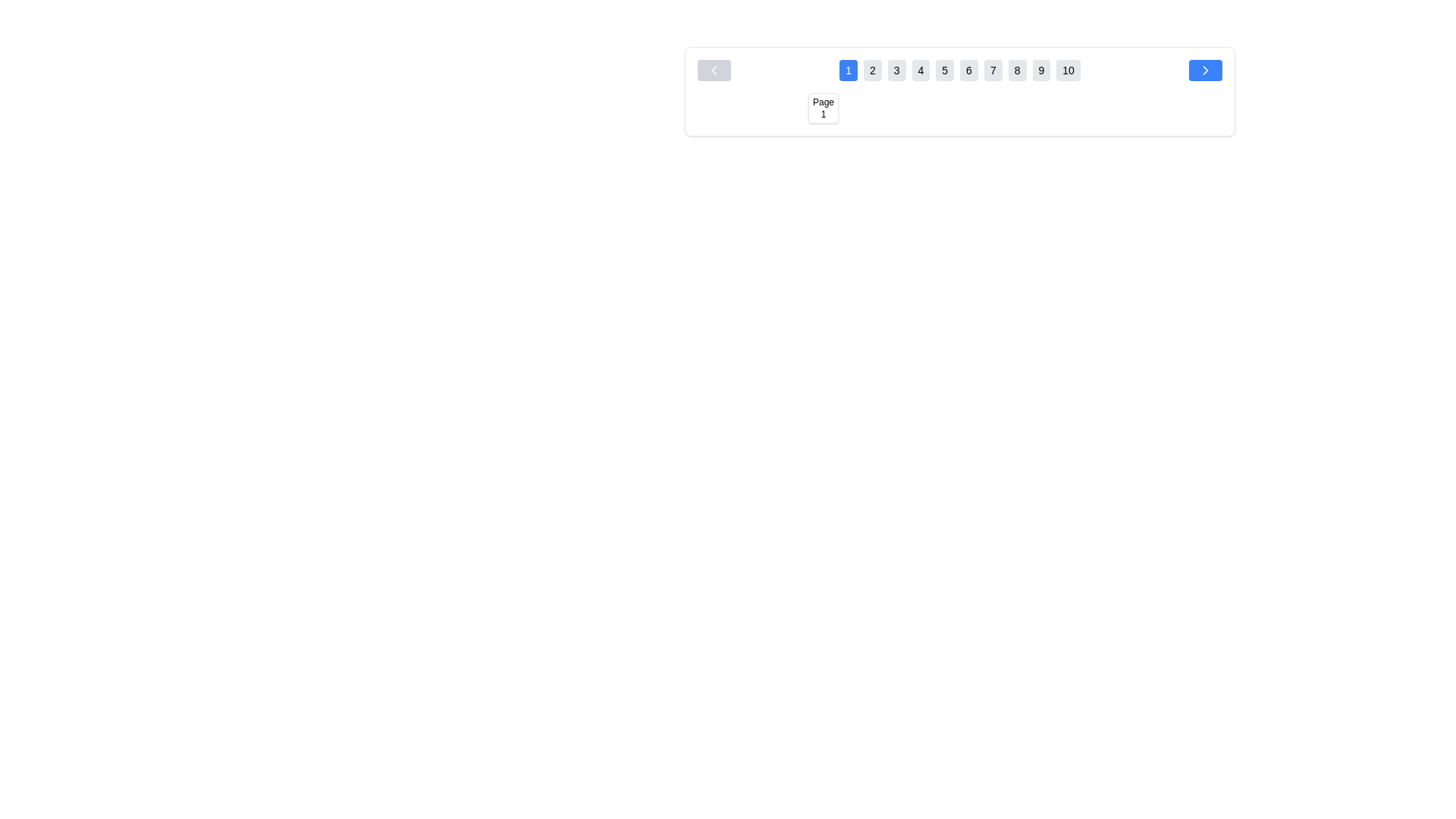  Describe the element at coordinates (944, 107) in the screenshot. I see `the fifth button in the pagination control system, located between buttons labeled '4' and '6'` at that location.